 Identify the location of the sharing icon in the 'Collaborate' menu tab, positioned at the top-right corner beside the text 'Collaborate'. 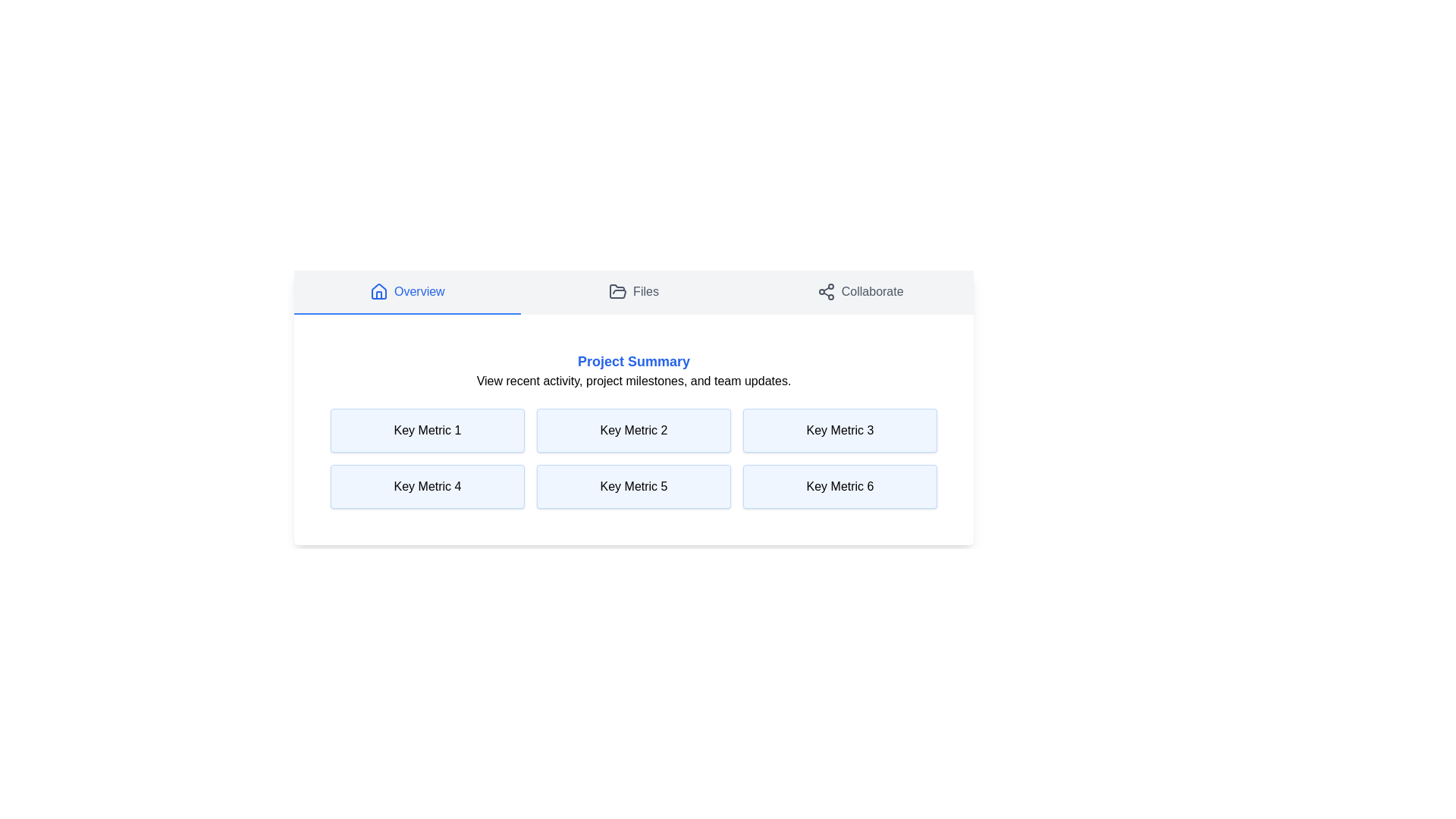
(825, 292).